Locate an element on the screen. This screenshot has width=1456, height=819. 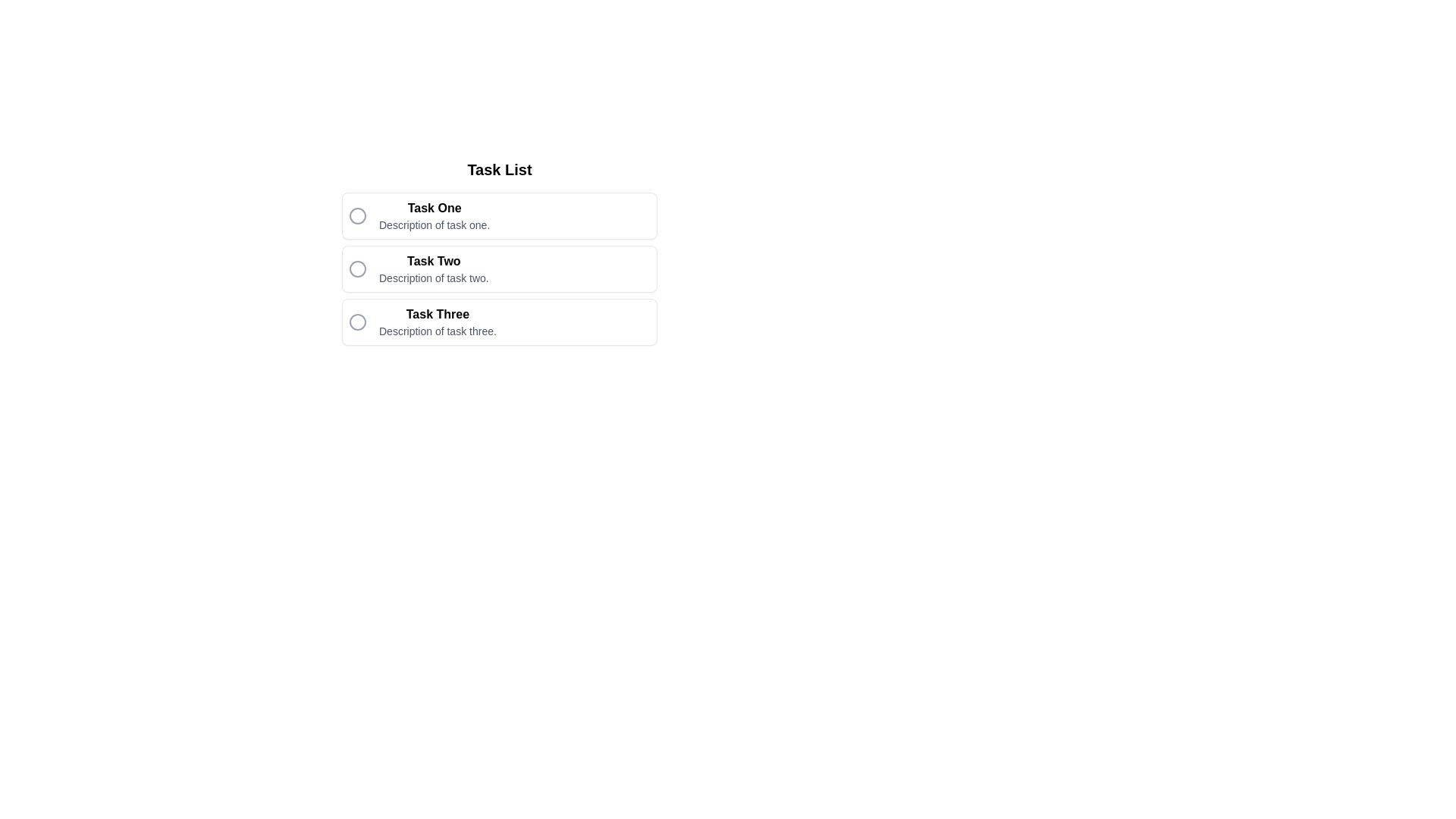
the leftmost radio button in the top row of the vertically stacked list is located at coordinates (356, 216).